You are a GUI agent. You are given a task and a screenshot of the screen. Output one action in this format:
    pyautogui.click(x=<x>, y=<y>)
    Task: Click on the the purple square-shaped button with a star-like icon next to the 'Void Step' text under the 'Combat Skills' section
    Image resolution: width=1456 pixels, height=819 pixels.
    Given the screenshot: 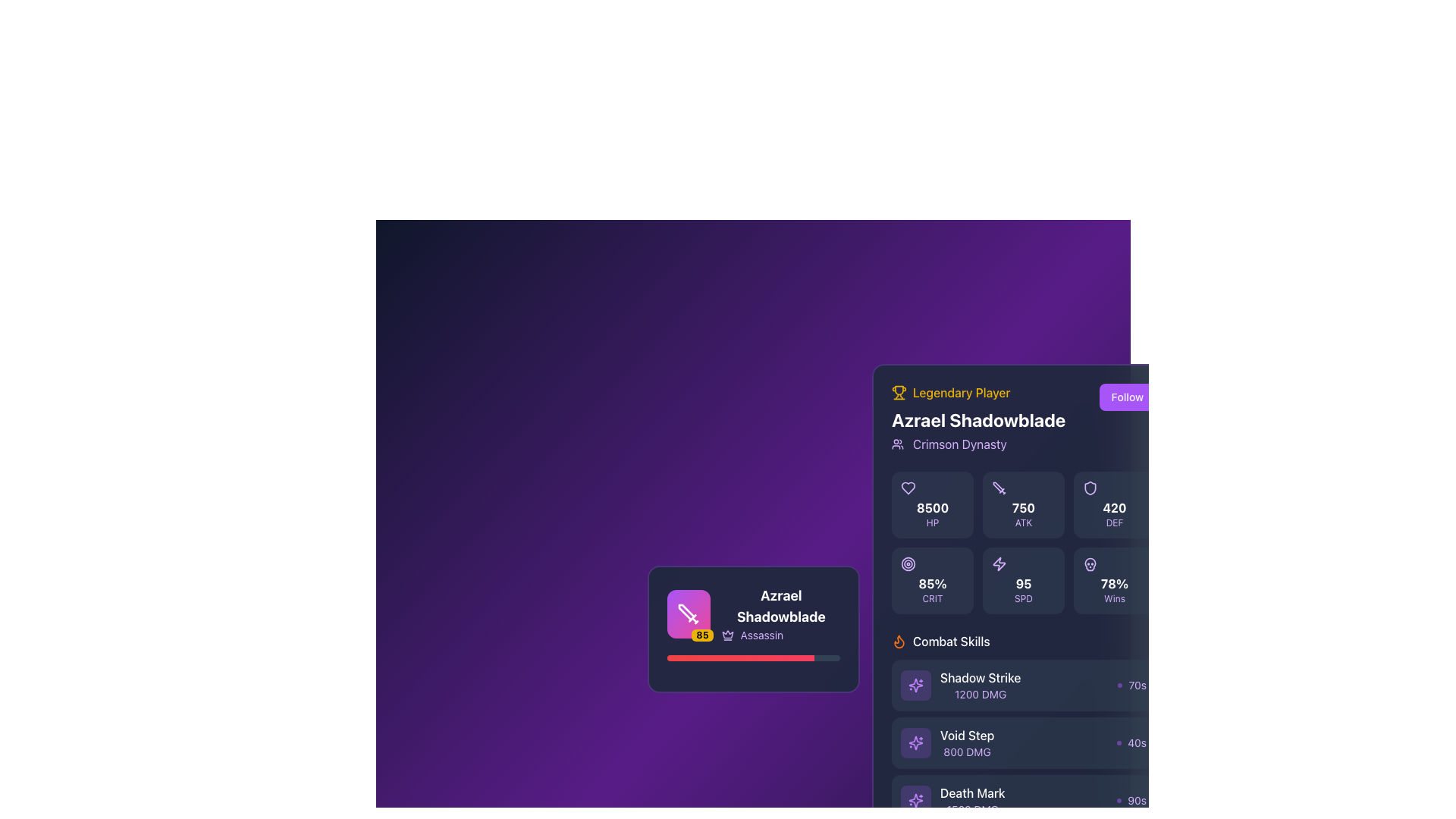 What is the action you would take?
    pyautogui.click(x=915, y=742)
    